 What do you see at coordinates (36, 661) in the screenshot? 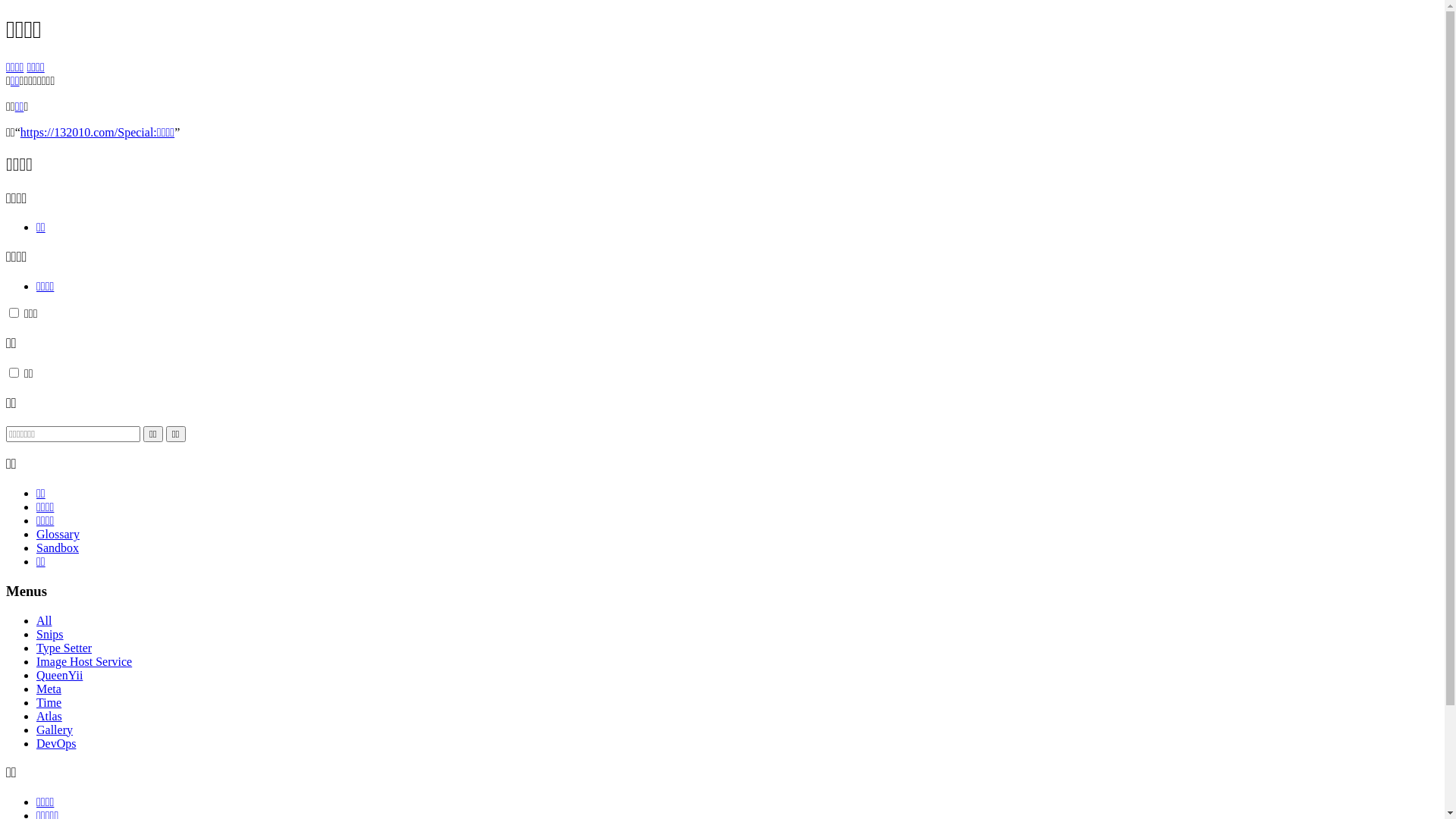
I see `'Image Host Service'` at bounding box center [36, 661].